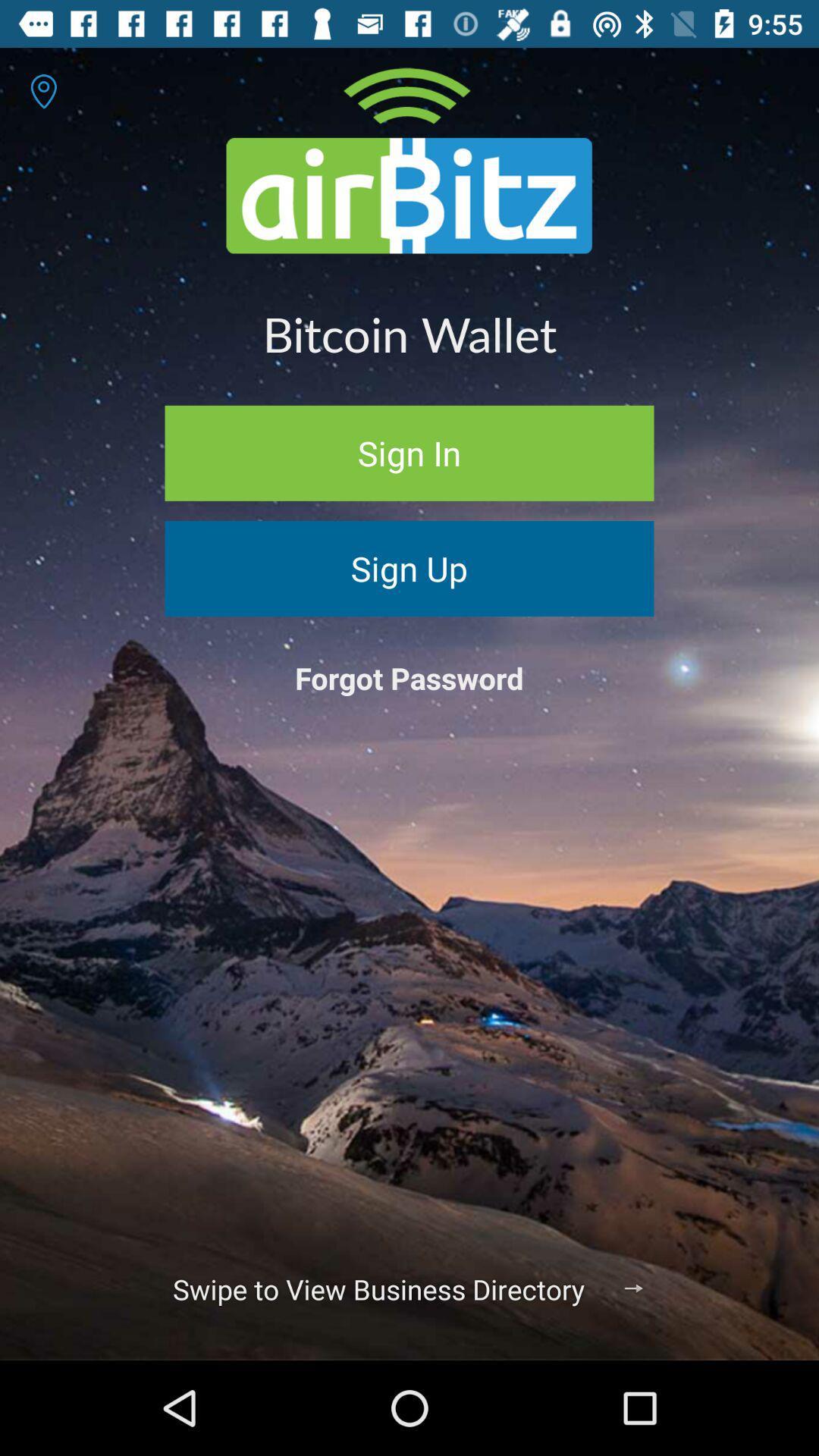 This screenshot has height=1456, width=819. I want to click on the item below bitcoin wallet item, so click(409, 452).